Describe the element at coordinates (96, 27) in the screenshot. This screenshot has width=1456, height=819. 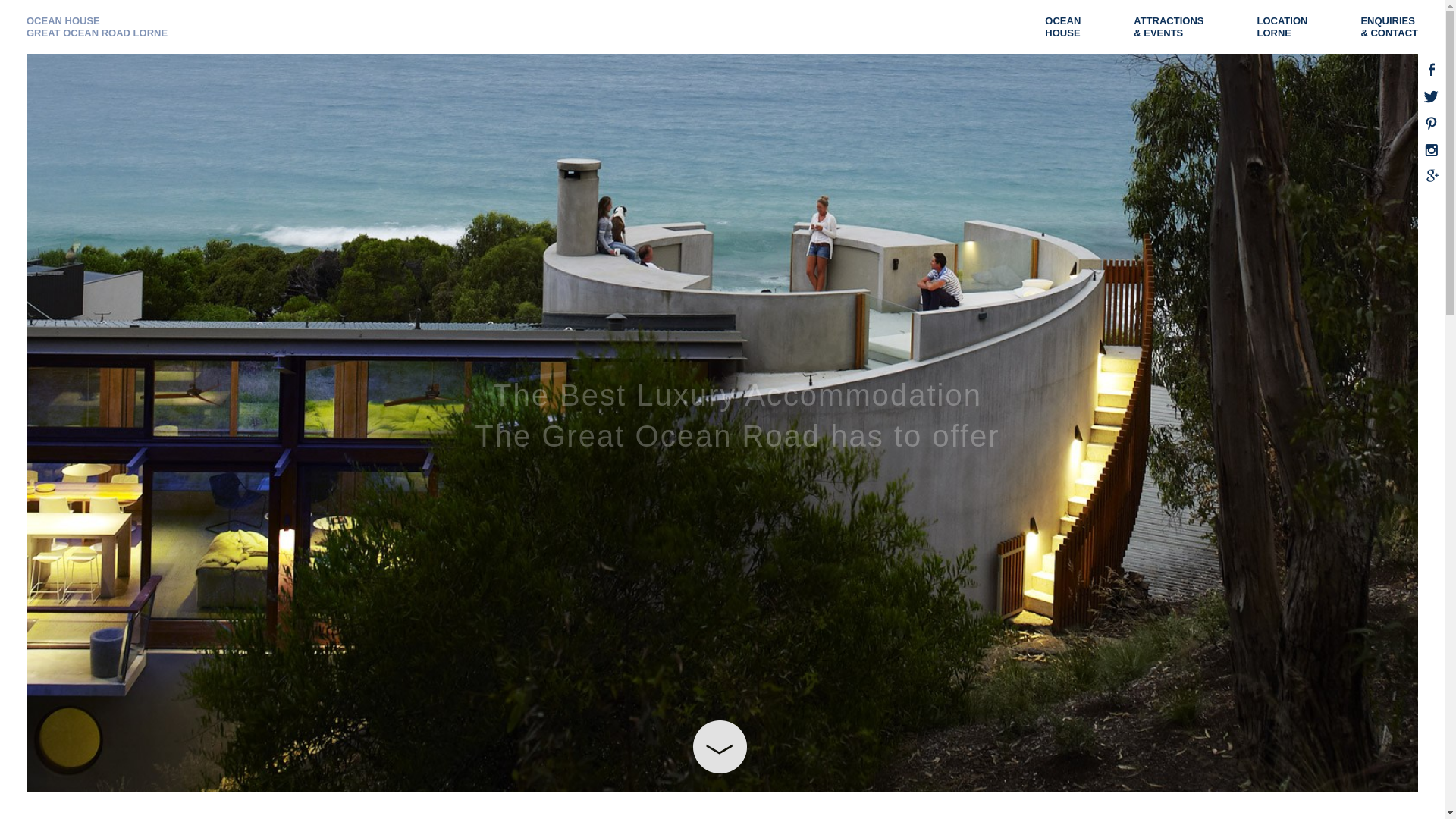
I see `'OCEAN HOUSE` at that location.